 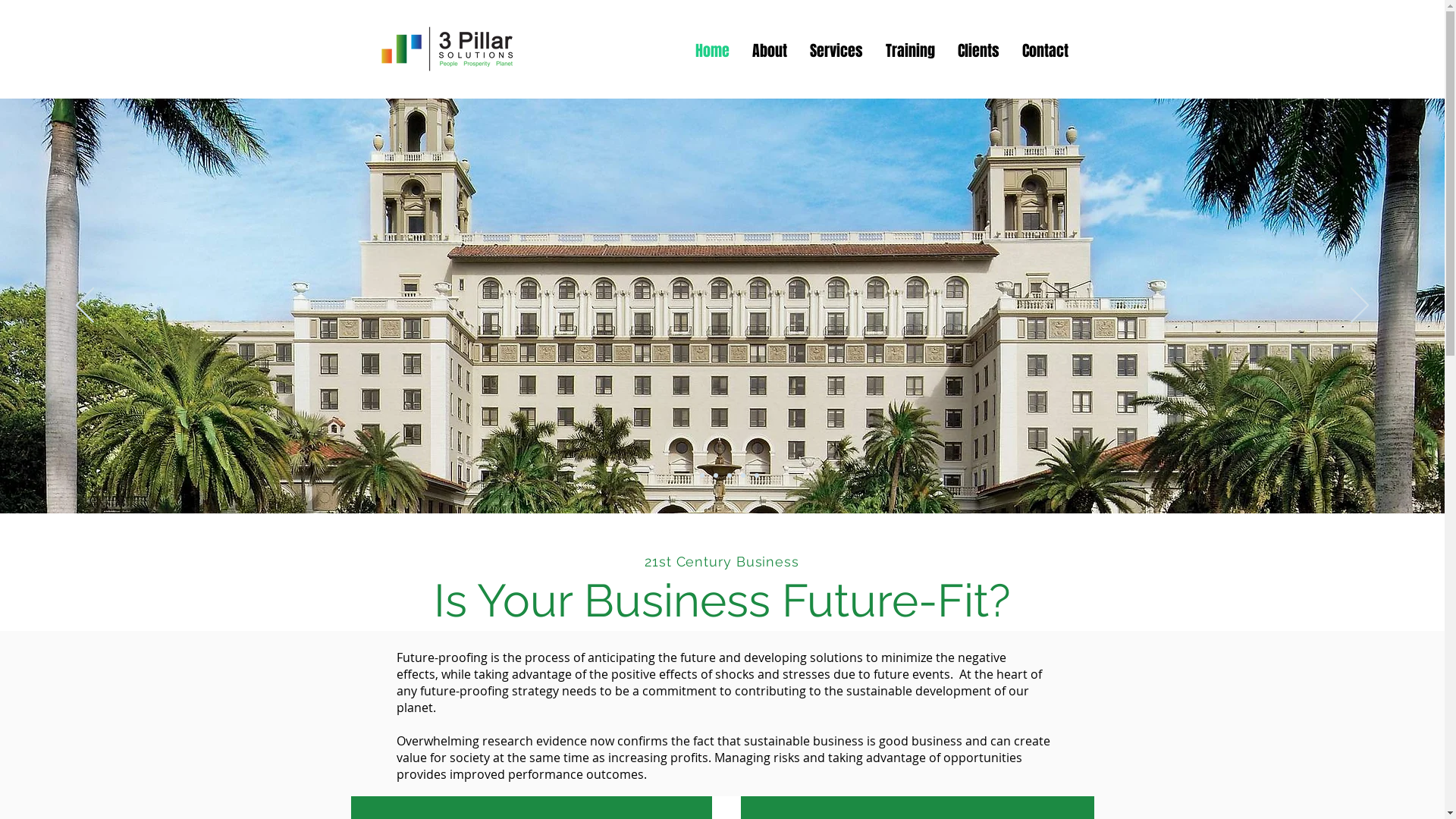 What do you see at coordinates (768, 48) in the screenshot?
I see `'About'` at bounding box center [768, 48].